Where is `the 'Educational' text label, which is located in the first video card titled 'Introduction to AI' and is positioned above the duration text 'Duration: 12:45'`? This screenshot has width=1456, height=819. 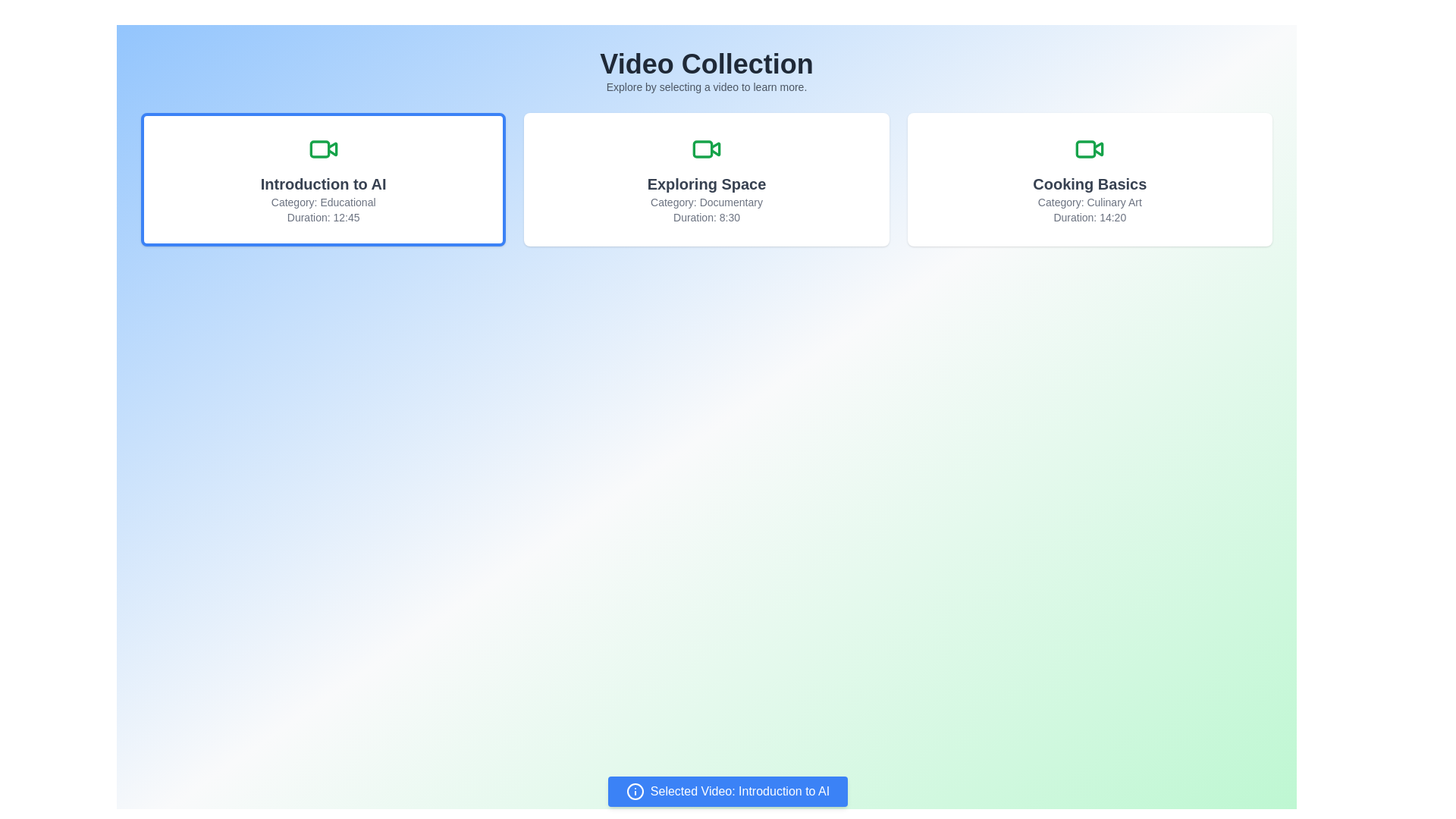
the 'Educational' text label, which is located in the first video card titled 'Introduction to AI' and is positioned above the duration text 'Duration: 12:45' is located at coordinates (322, 201).